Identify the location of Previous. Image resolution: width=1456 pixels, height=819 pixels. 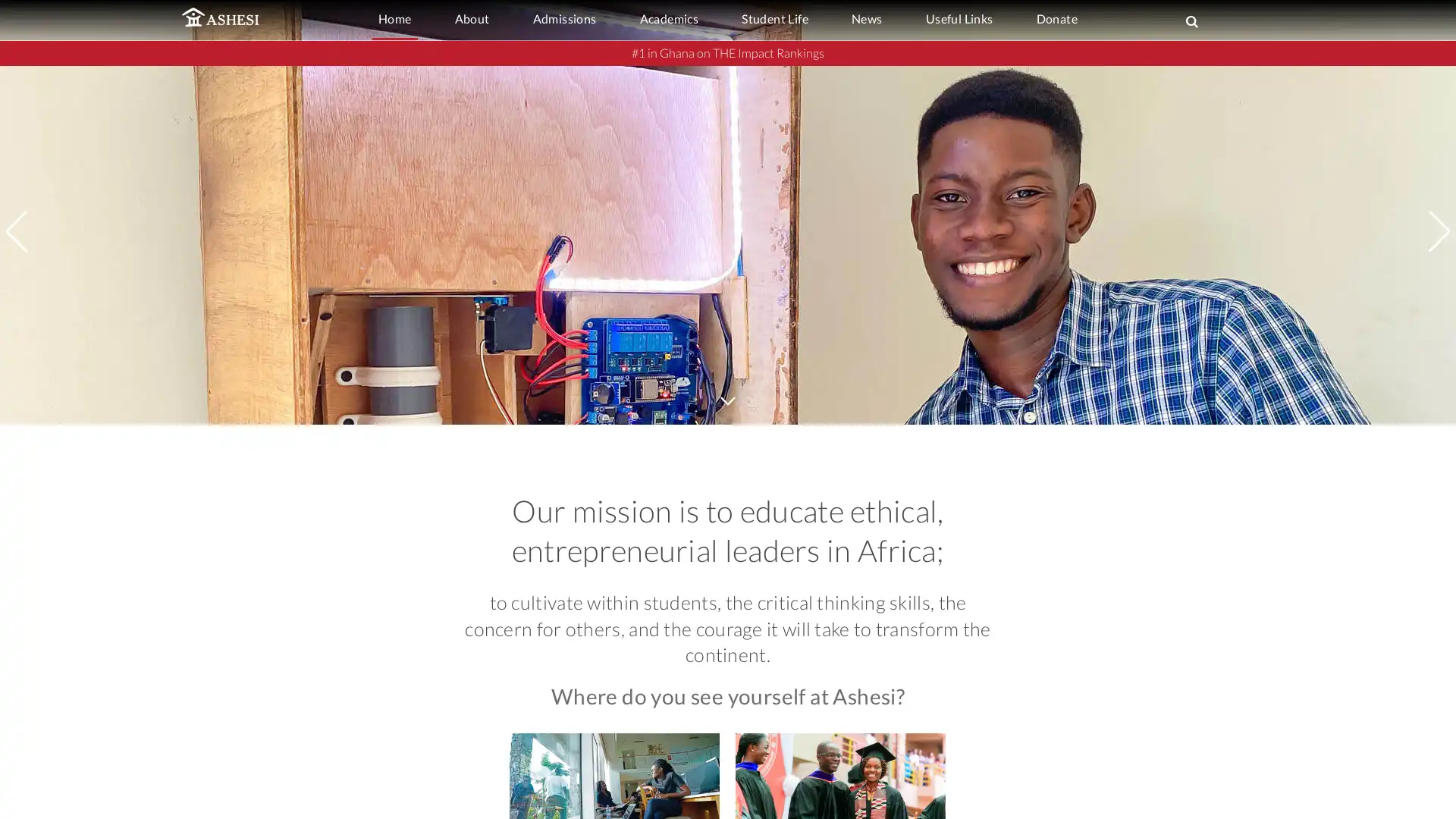
(26, 428).